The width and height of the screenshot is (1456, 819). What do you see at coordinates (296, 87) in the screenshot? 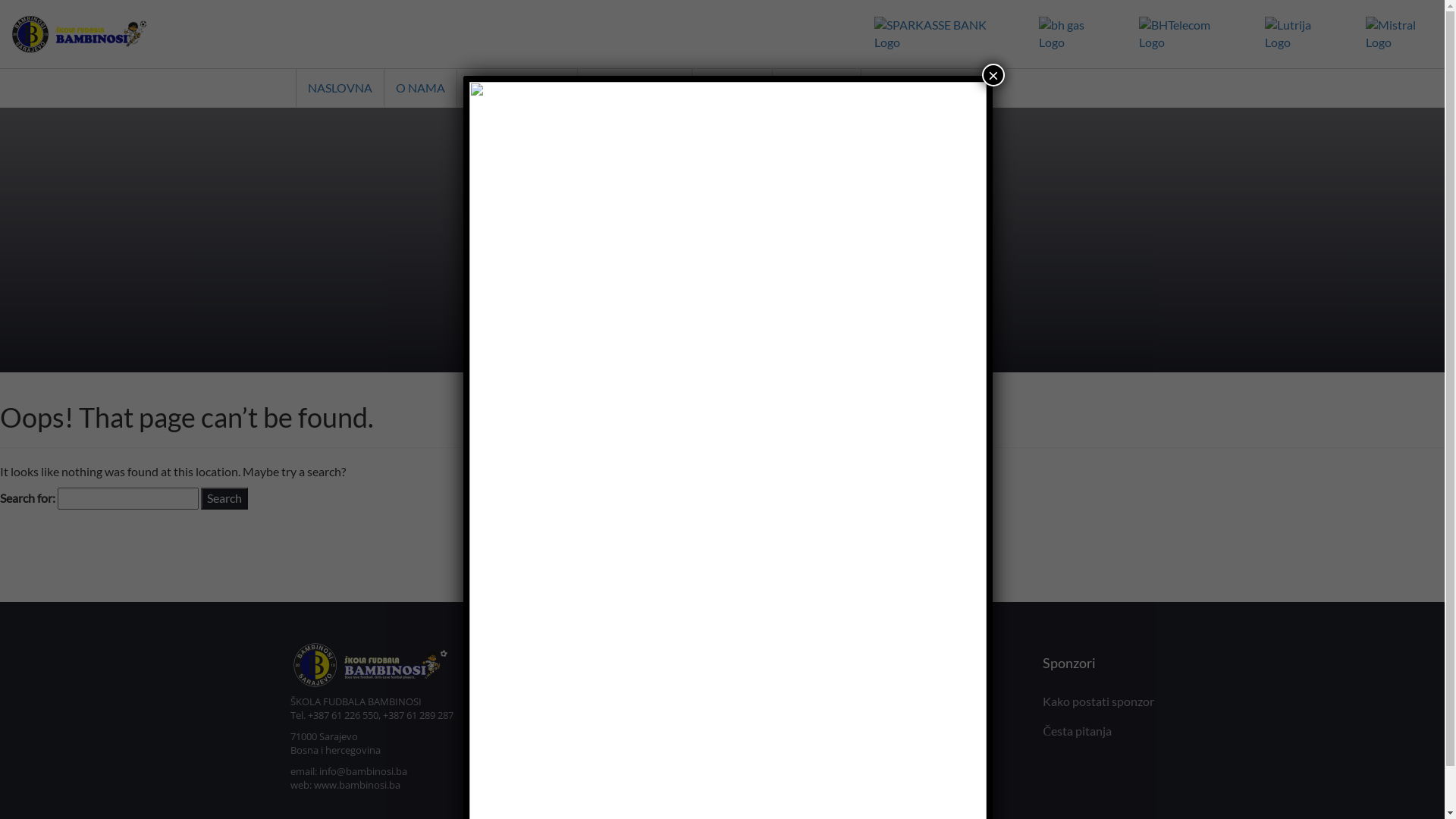
I see `'NASLOVNA'` at bounding box center [296, 87].